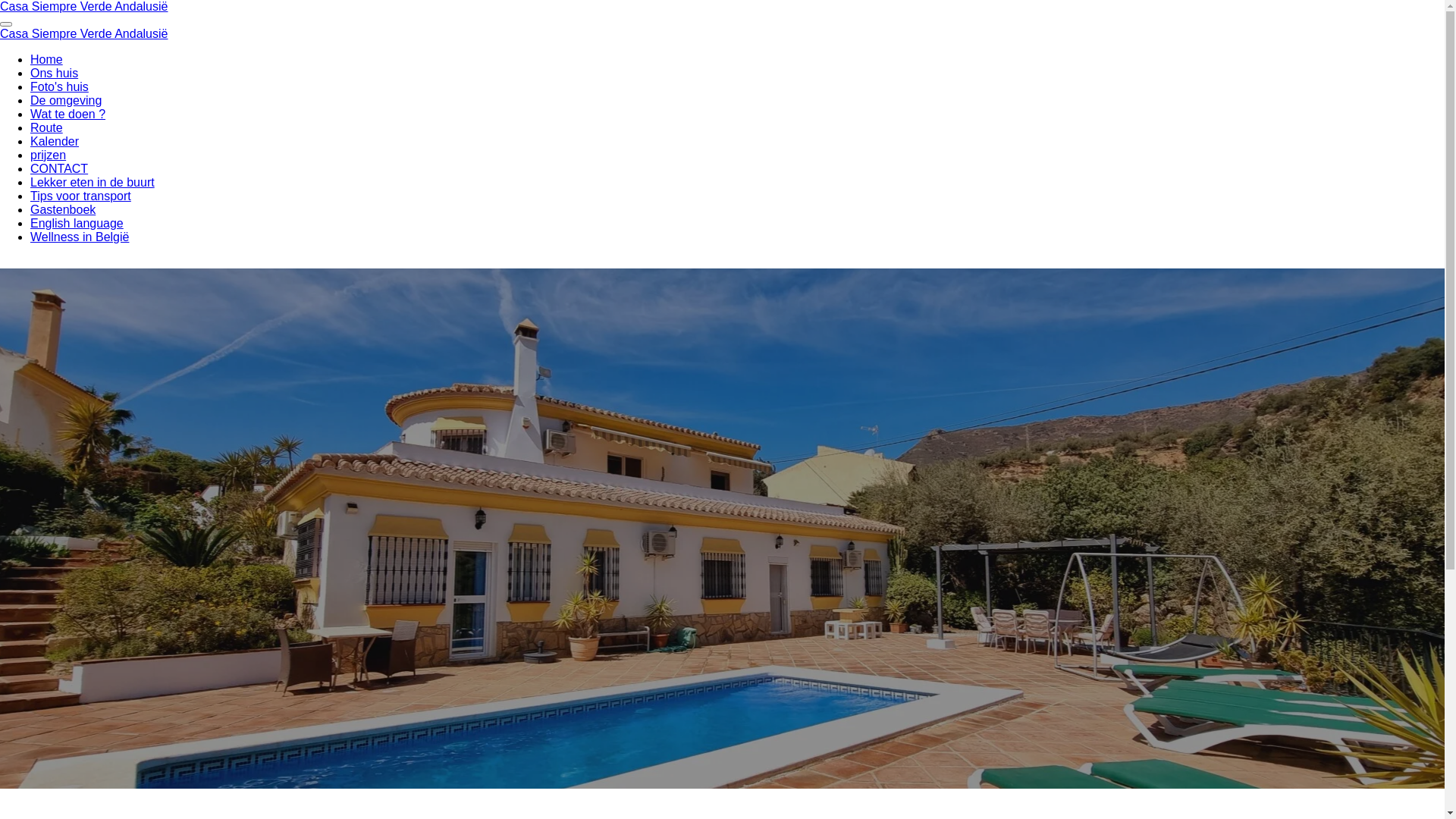 The width and height of the screenshot is (1456, 819). Describe the element at coordinates (61, 209) in the screenshot. I see `'Gastenboek'` at that location.